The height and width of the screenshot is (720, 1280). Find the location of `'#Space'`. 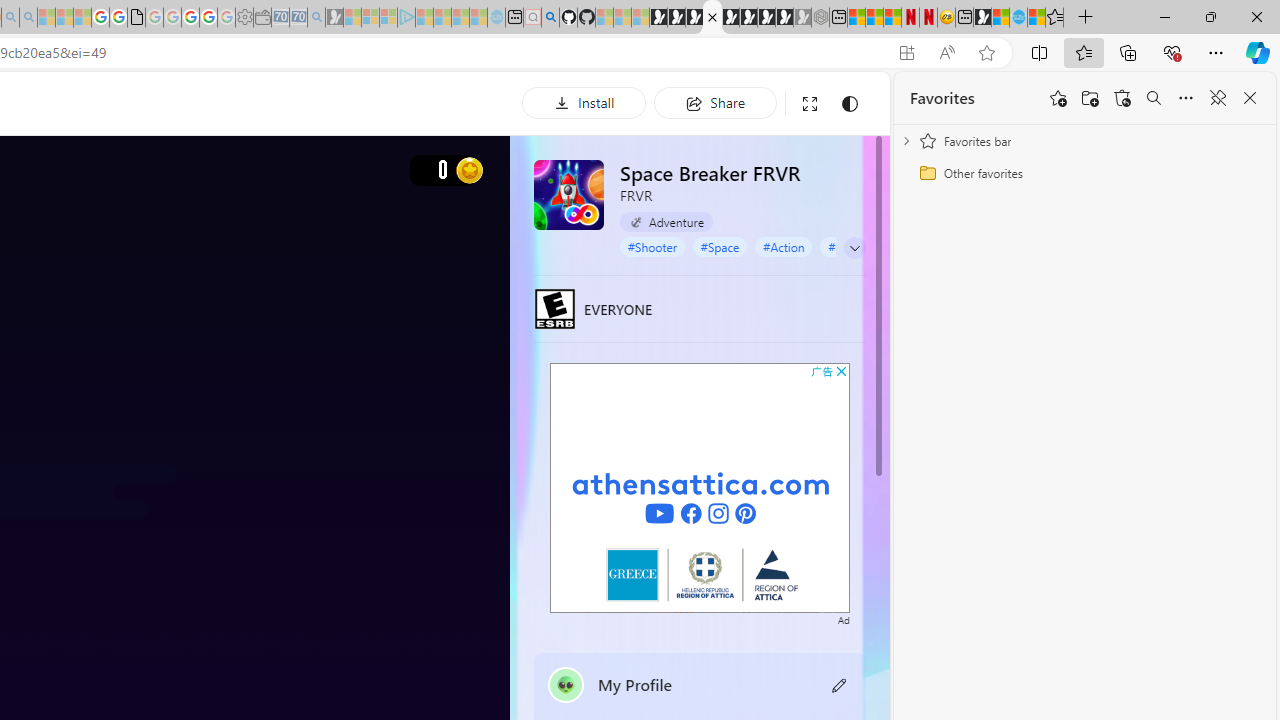

'#Space' is located at coordinates (720, 245).